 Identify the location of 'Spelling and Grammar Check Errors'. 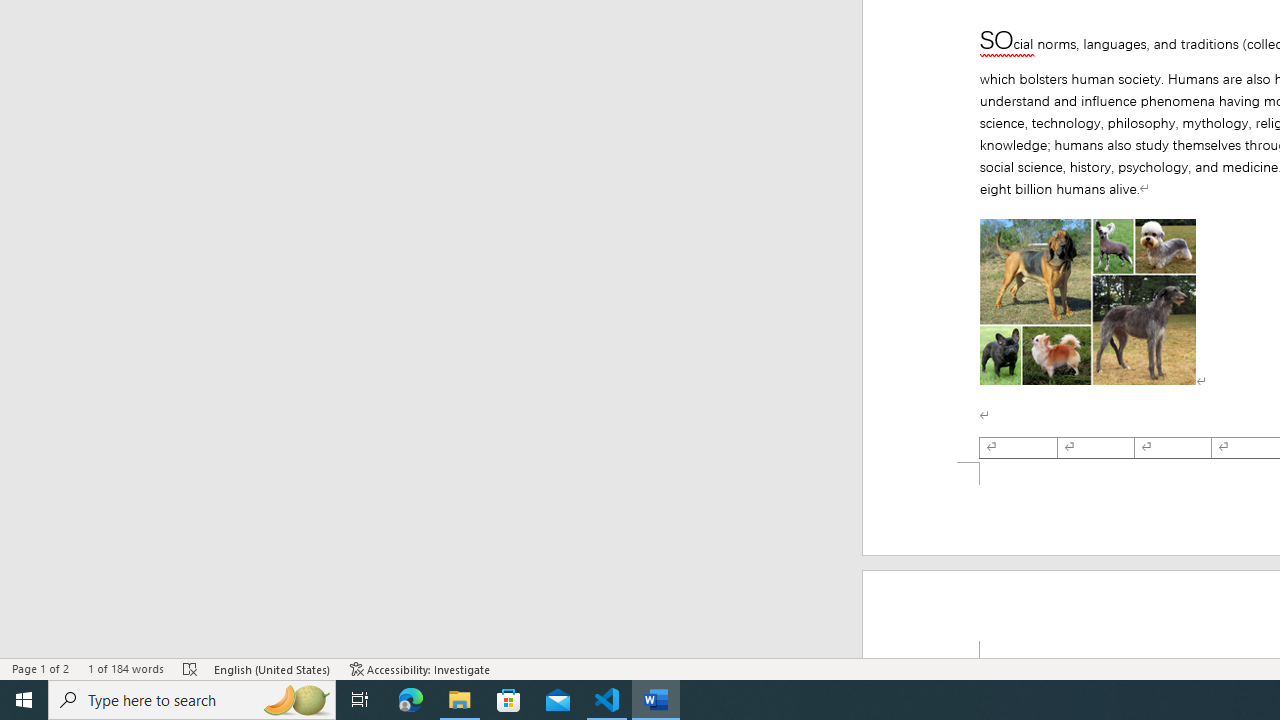
(191, 669).